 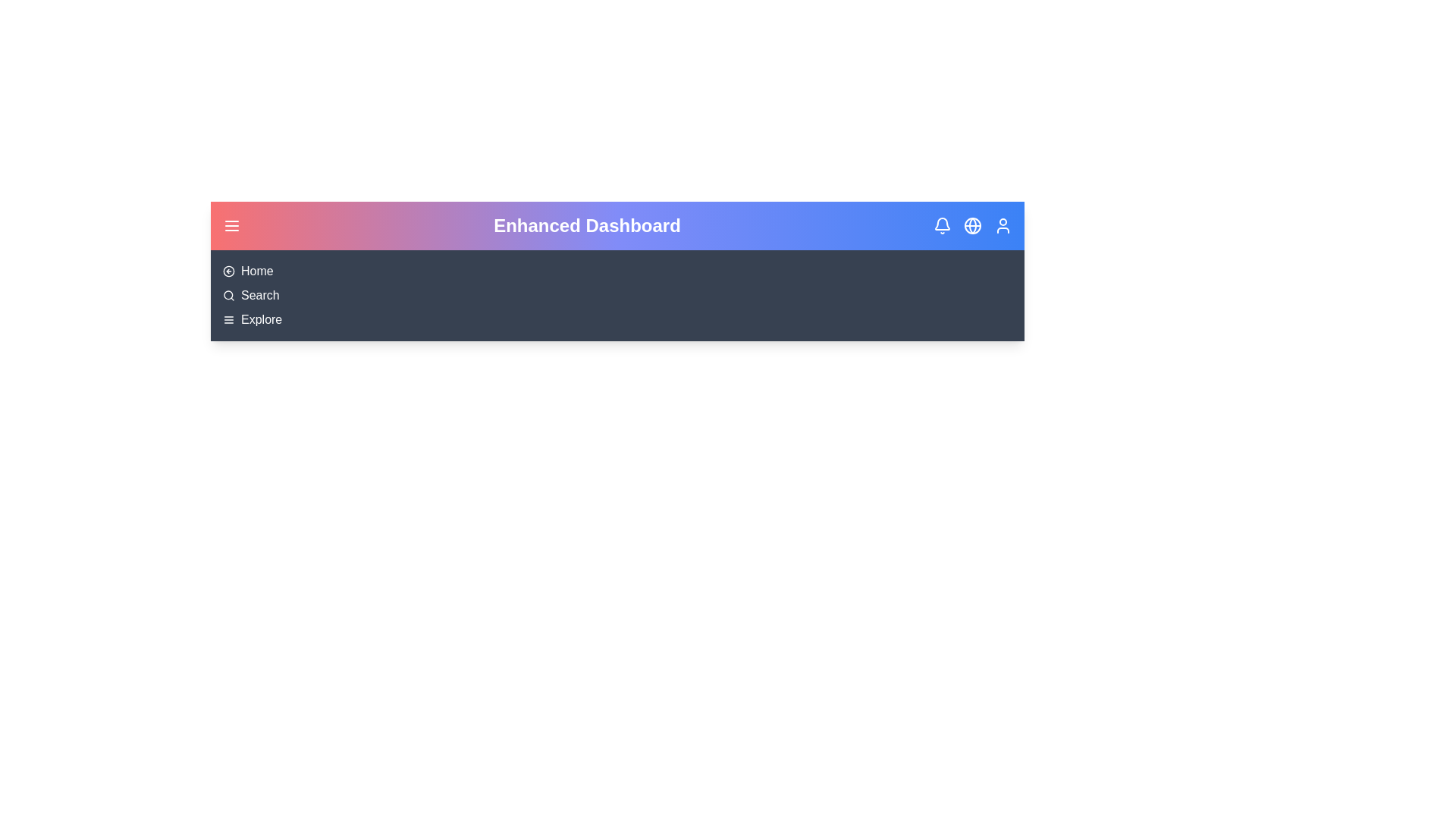 What do you see at coordinates (972, 225) in the screenshot?
I see `the globe element` at bounding box center [972, 225].